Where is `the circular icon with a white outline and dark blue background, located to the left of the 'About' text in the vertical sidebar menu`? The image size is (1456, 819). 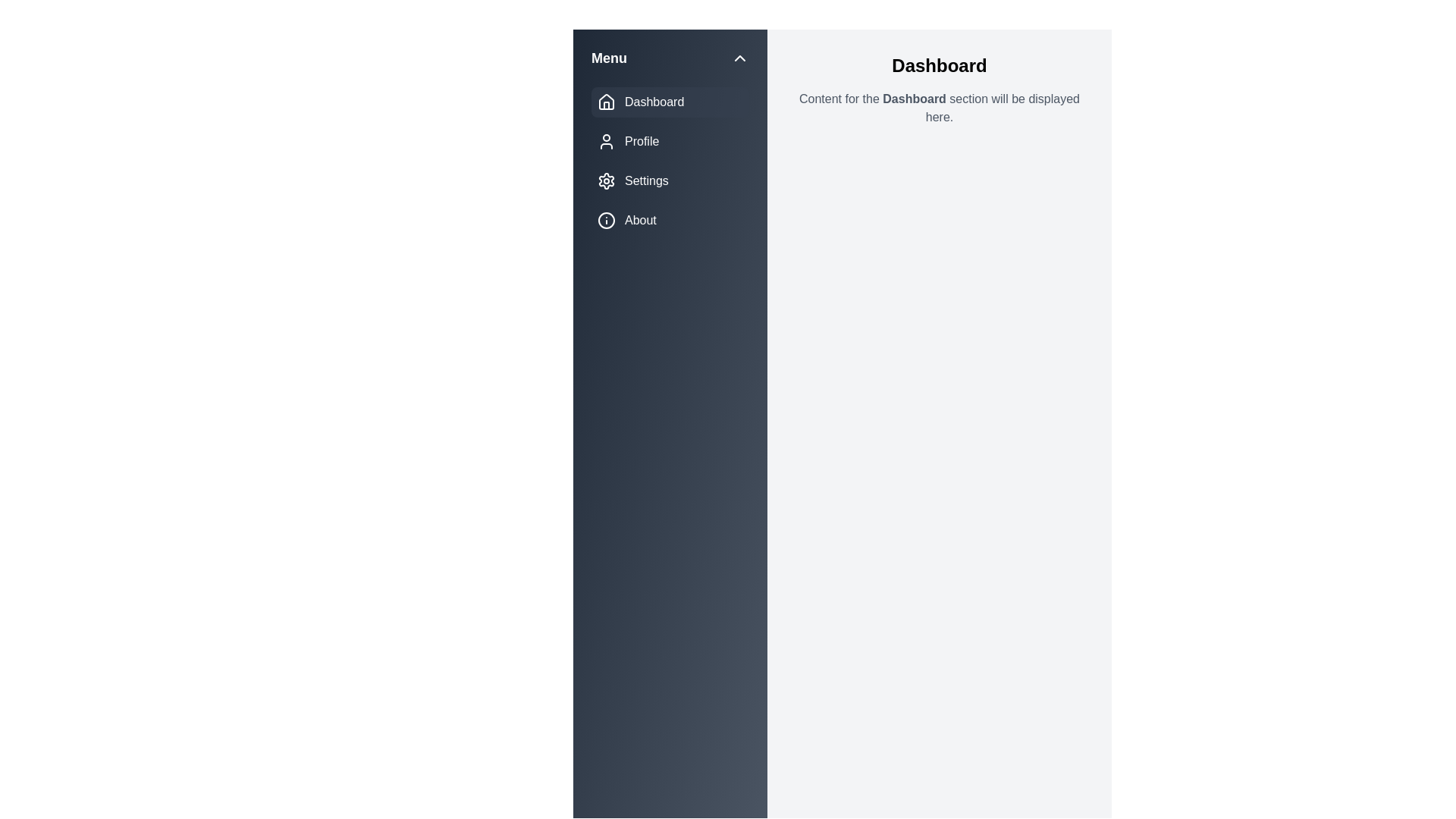
the circular icon with a white outline and dark blue background, located to the left of the 'About' text in the vertical sidebar menu is located at coordinates (607, 220).